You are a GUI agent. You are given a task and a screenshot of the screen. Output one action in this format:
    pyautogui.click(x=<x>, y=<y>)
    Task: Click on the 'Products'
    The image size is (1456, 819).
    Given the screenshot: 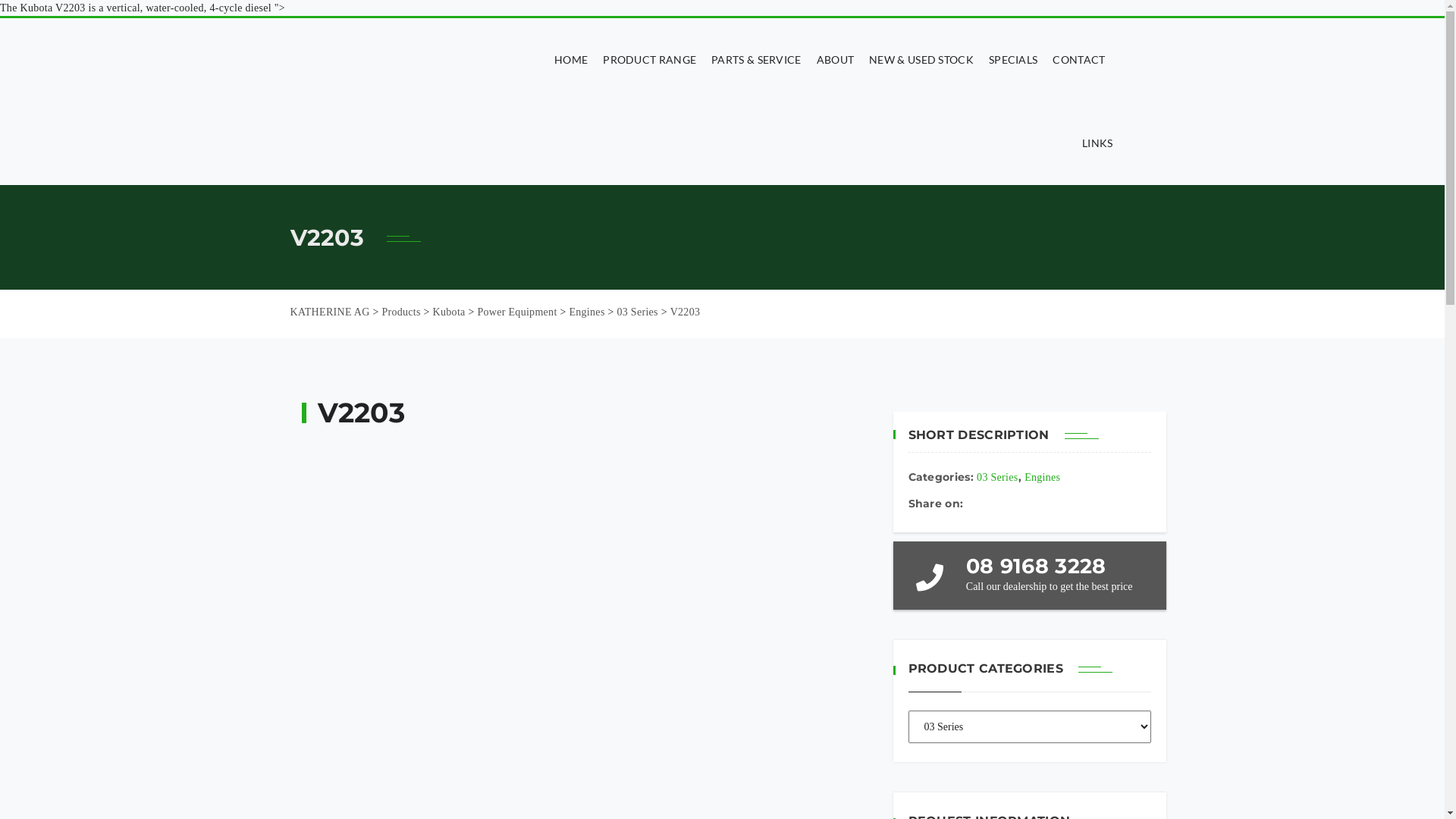 What is the action you would take?
    pyautogui.click(x=400, y=311)
    